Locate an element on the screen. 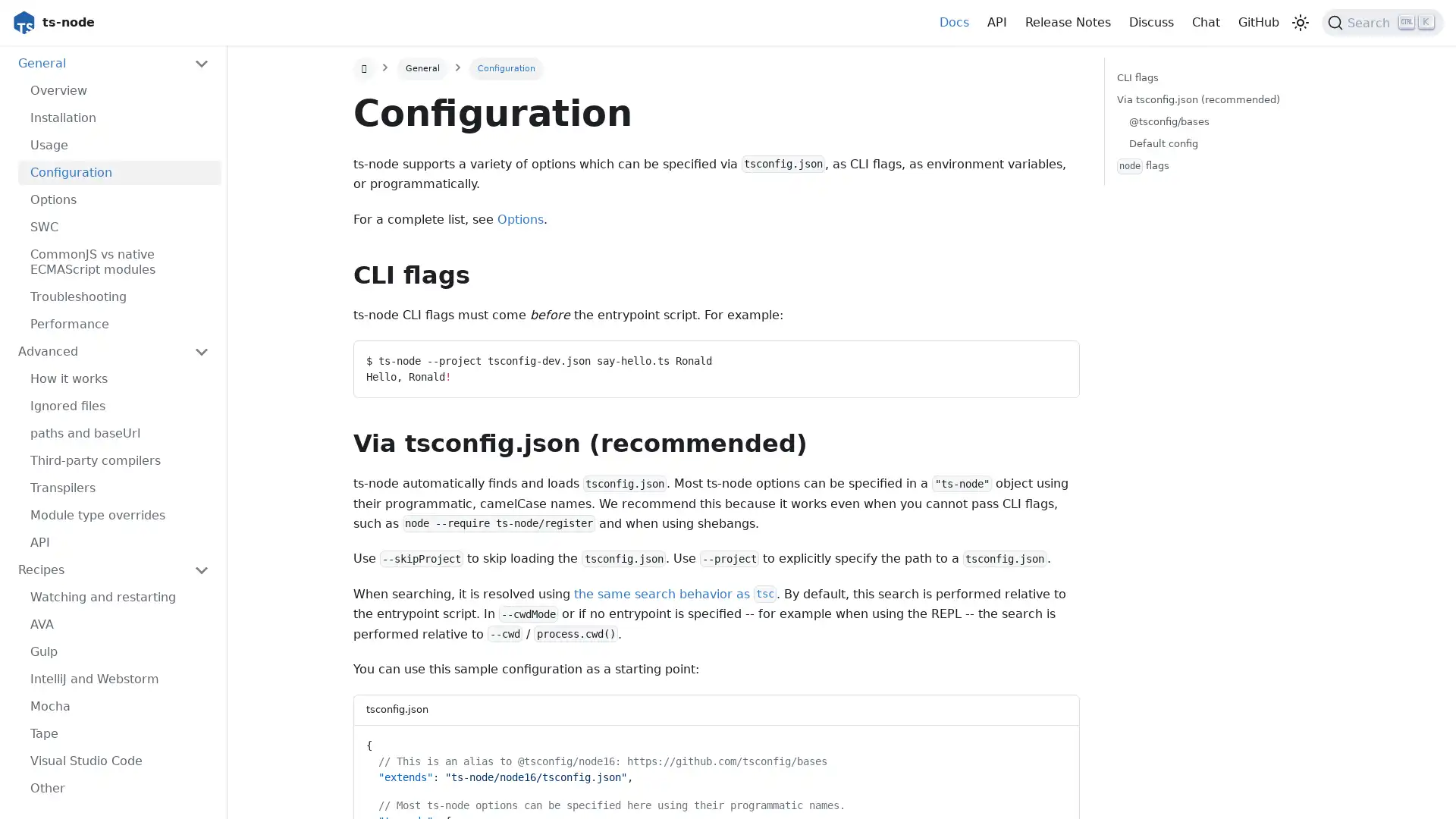 The width and height of the screenshot is (1456, 819). Copy code to clipboard is located at coordinates (1053, 357).